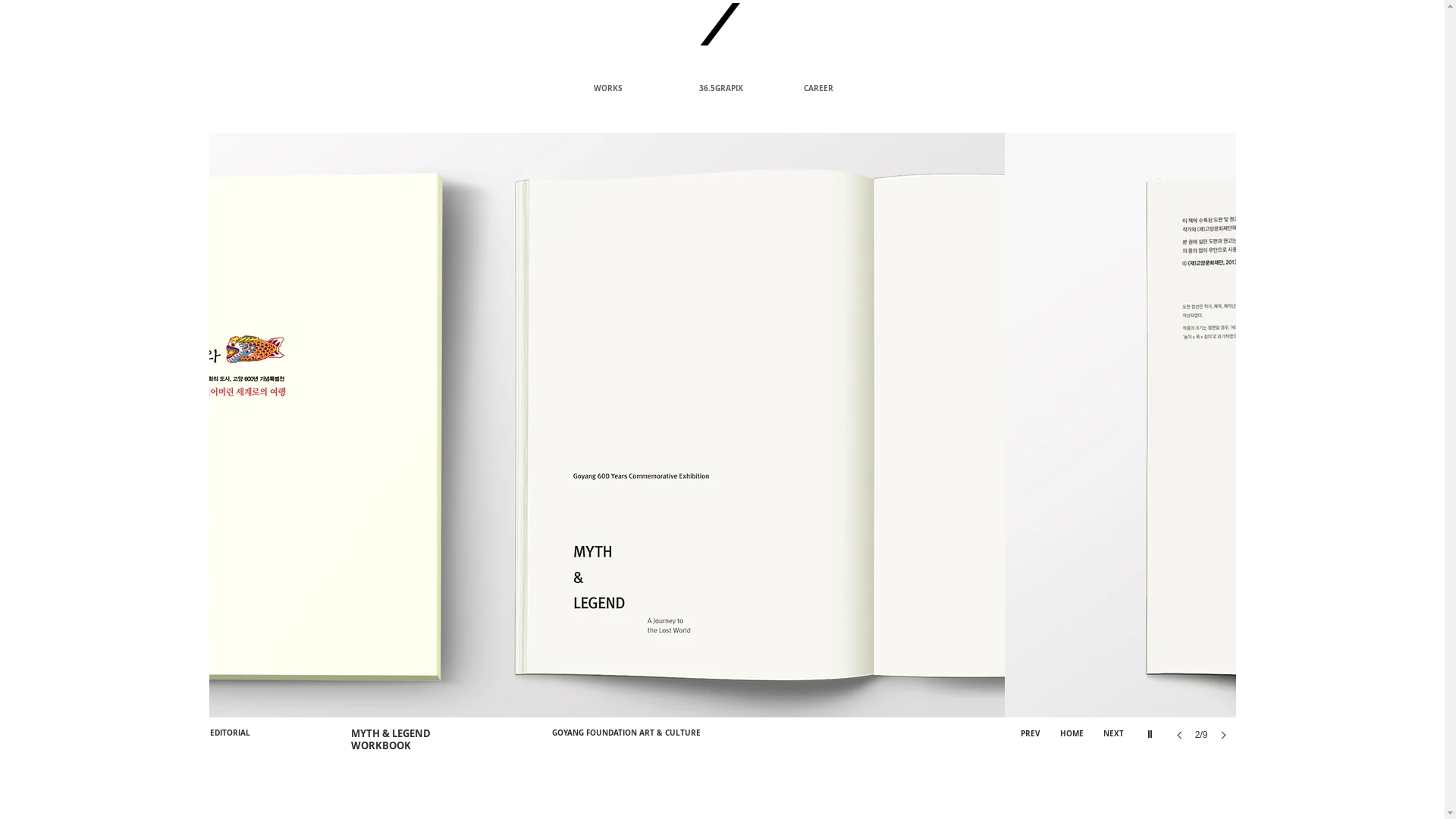 This screenshot has width=1456, height=819. What do you see at coordinates (739, 88) in the screenshot?
I see `'36.5GRAPIX'` at bounding box center [739, 88].